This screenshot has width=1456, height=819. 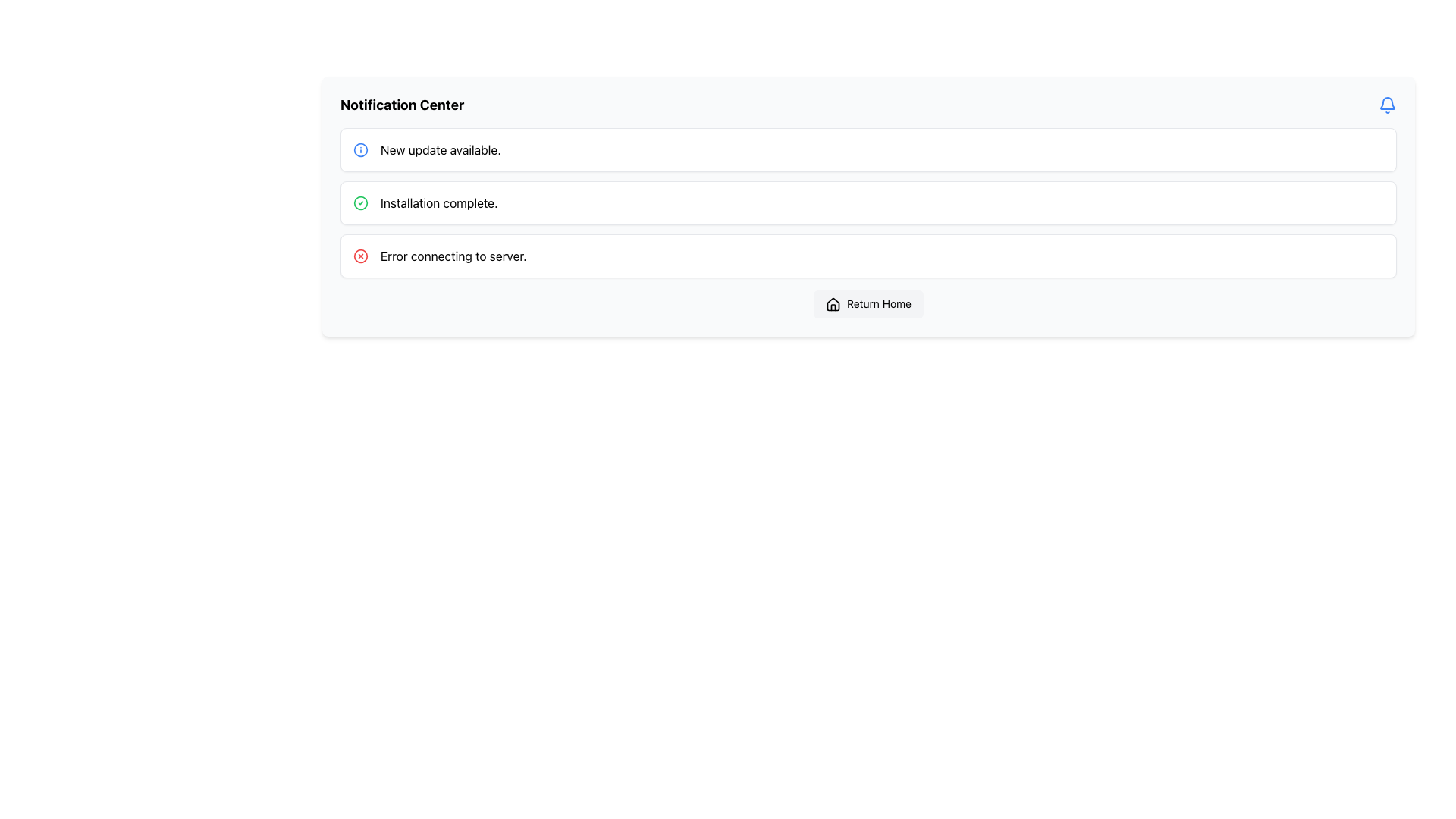 What do you see at coordinates (359, 202) in the screenshot?
I see `the small green checkmark icon within a green circle, which indicates a successful action, located in the second entry of the notification list stating 'Installation complete.'` at bounding box center [359, 202].